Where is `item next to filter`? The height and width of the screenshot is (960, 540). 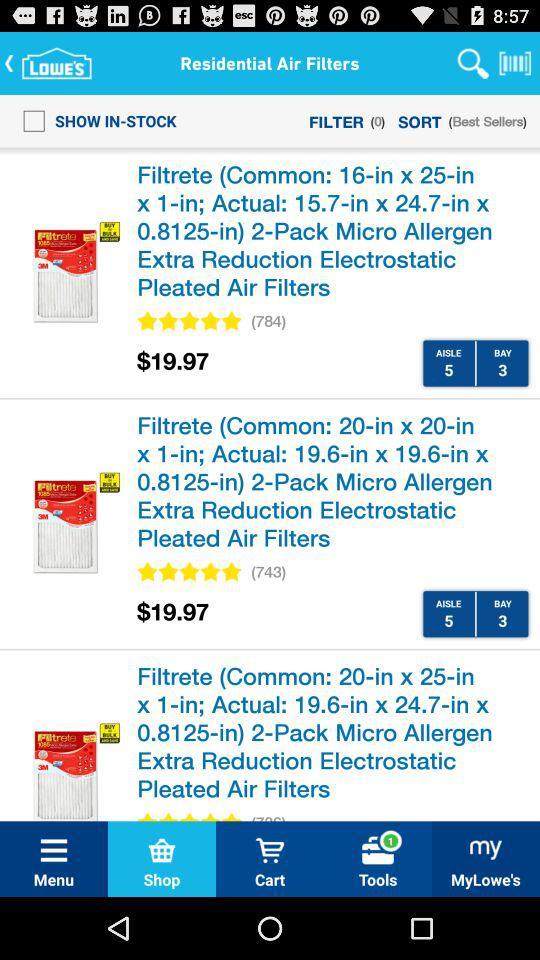 item next to filter is located at coordinates (93, 120).